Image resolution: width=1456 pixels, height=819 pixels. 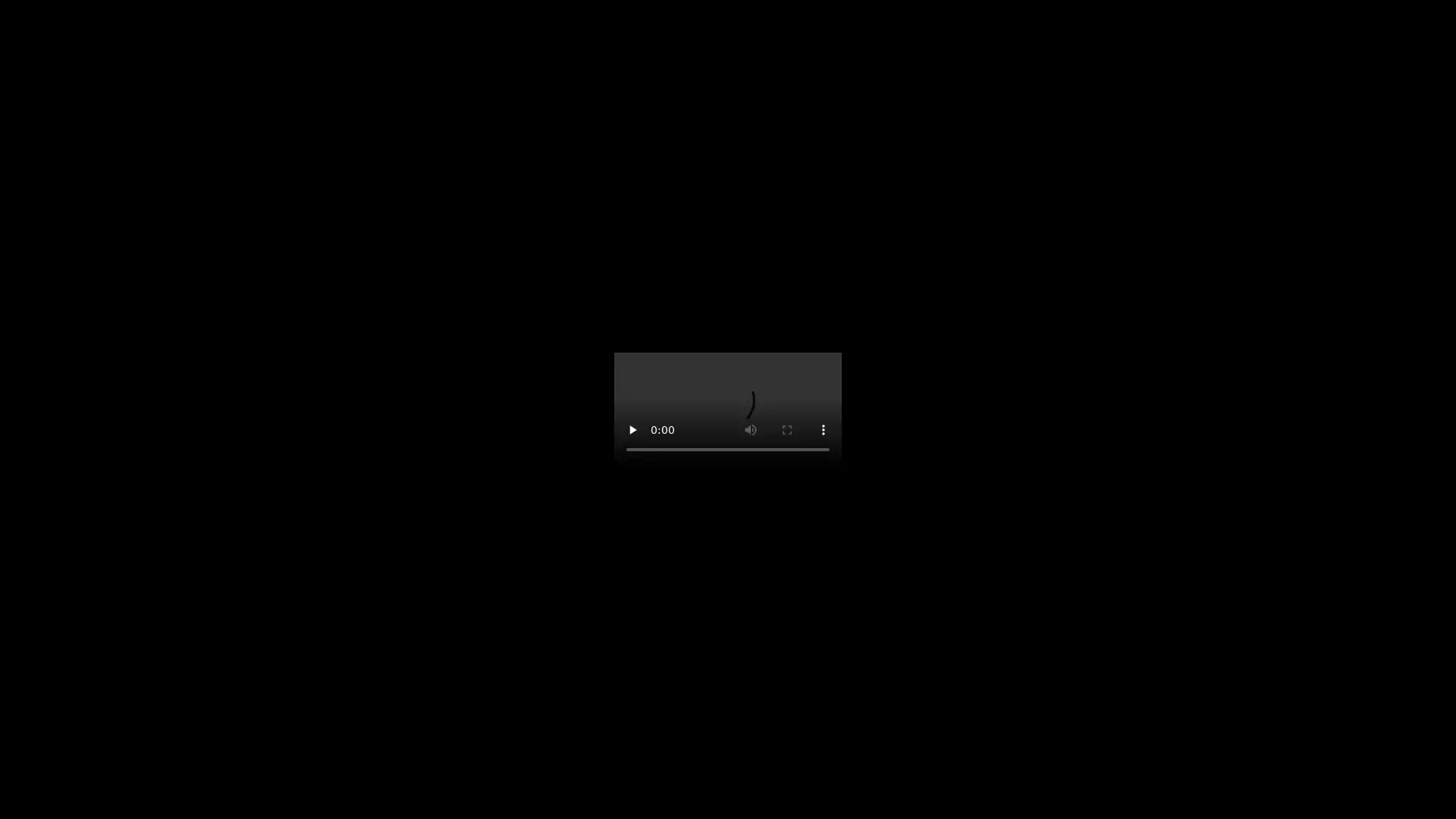 I want to click on show more media controls, so click(x=821, y=444).